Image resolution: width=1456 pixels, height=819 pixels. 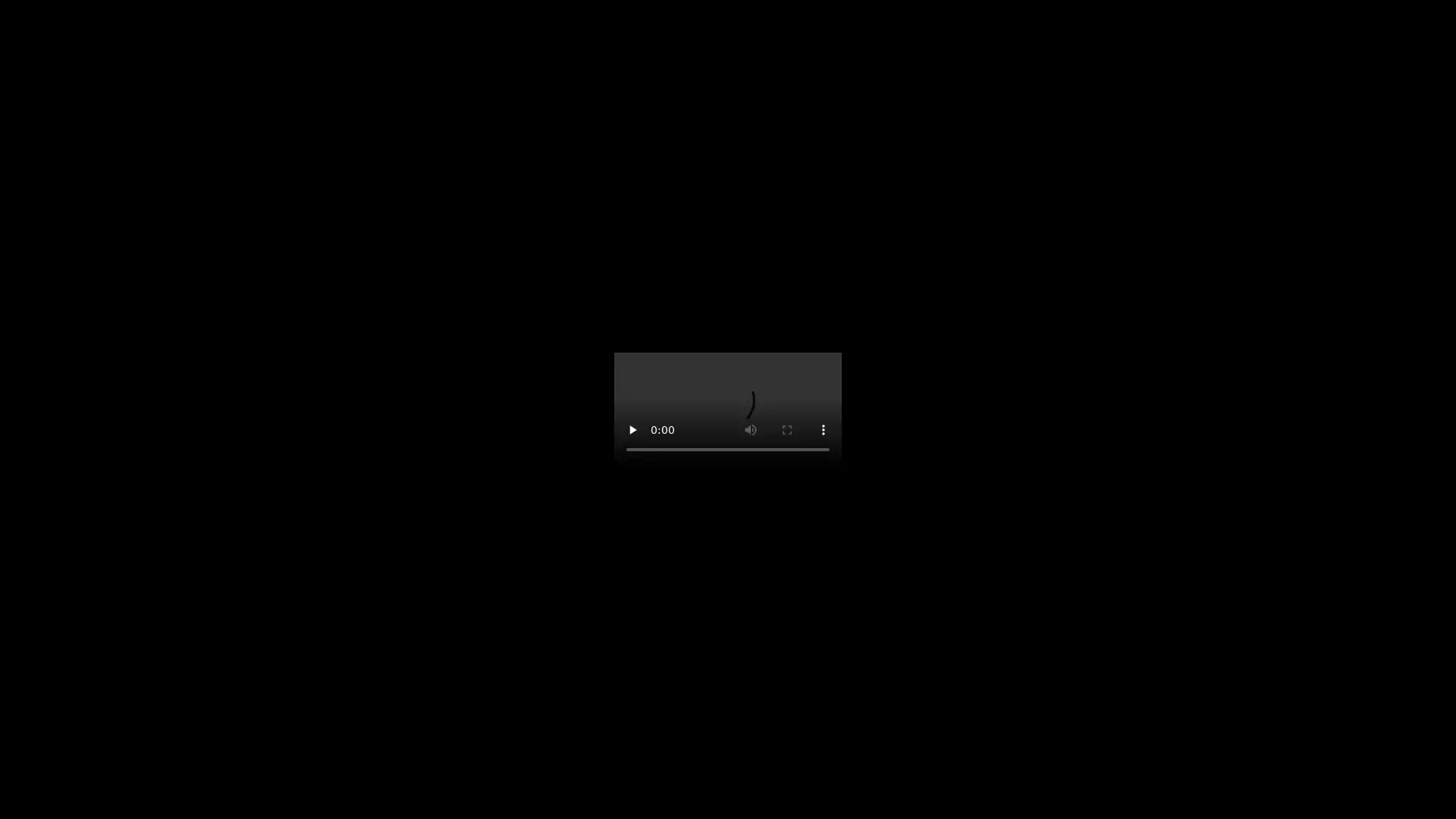 I want to click on show more media controls, so click(x=821, y=444).